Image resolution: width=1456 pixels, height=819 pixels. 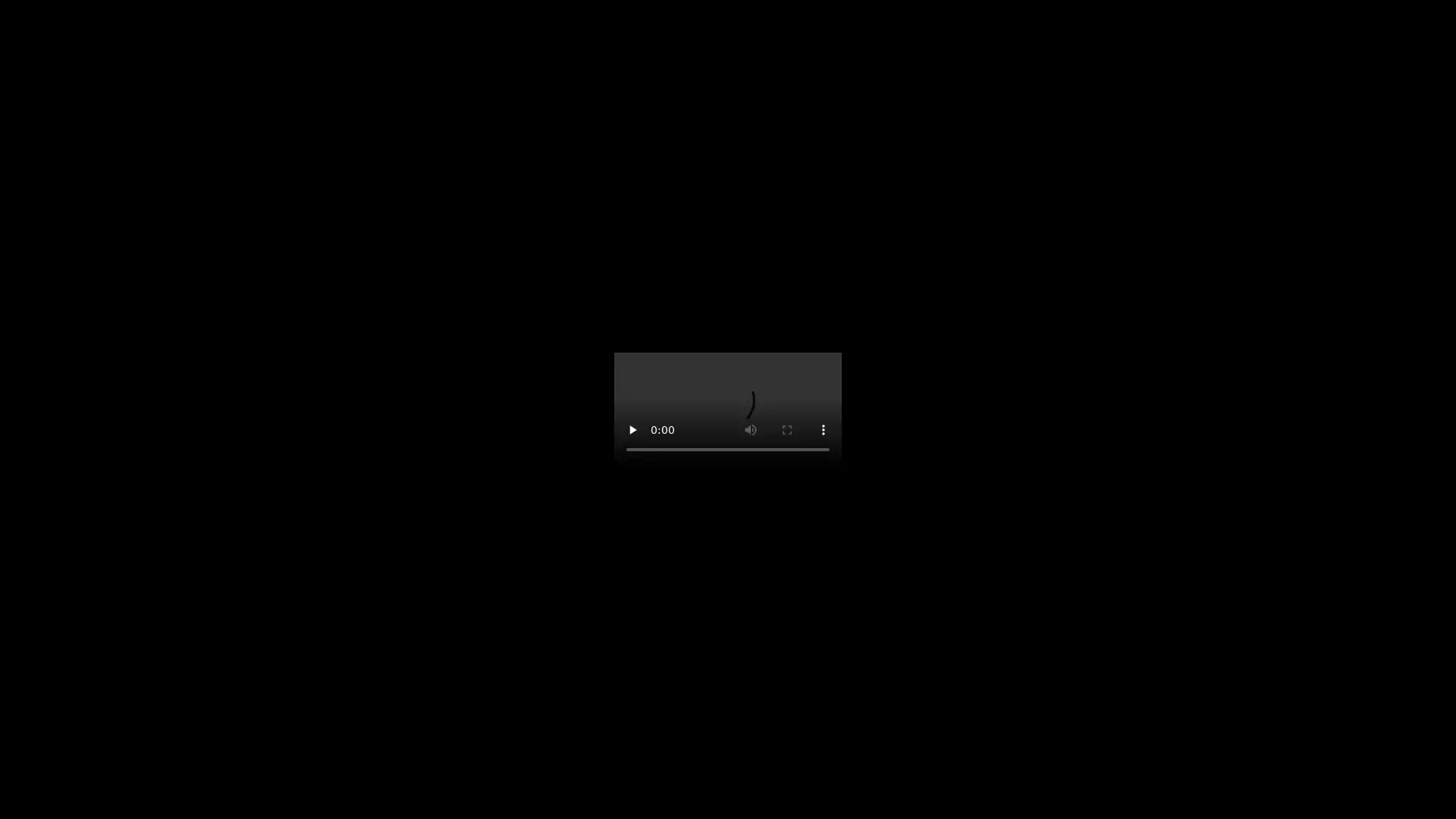 I want to click on show more media controls, so click(x=821, y=444).